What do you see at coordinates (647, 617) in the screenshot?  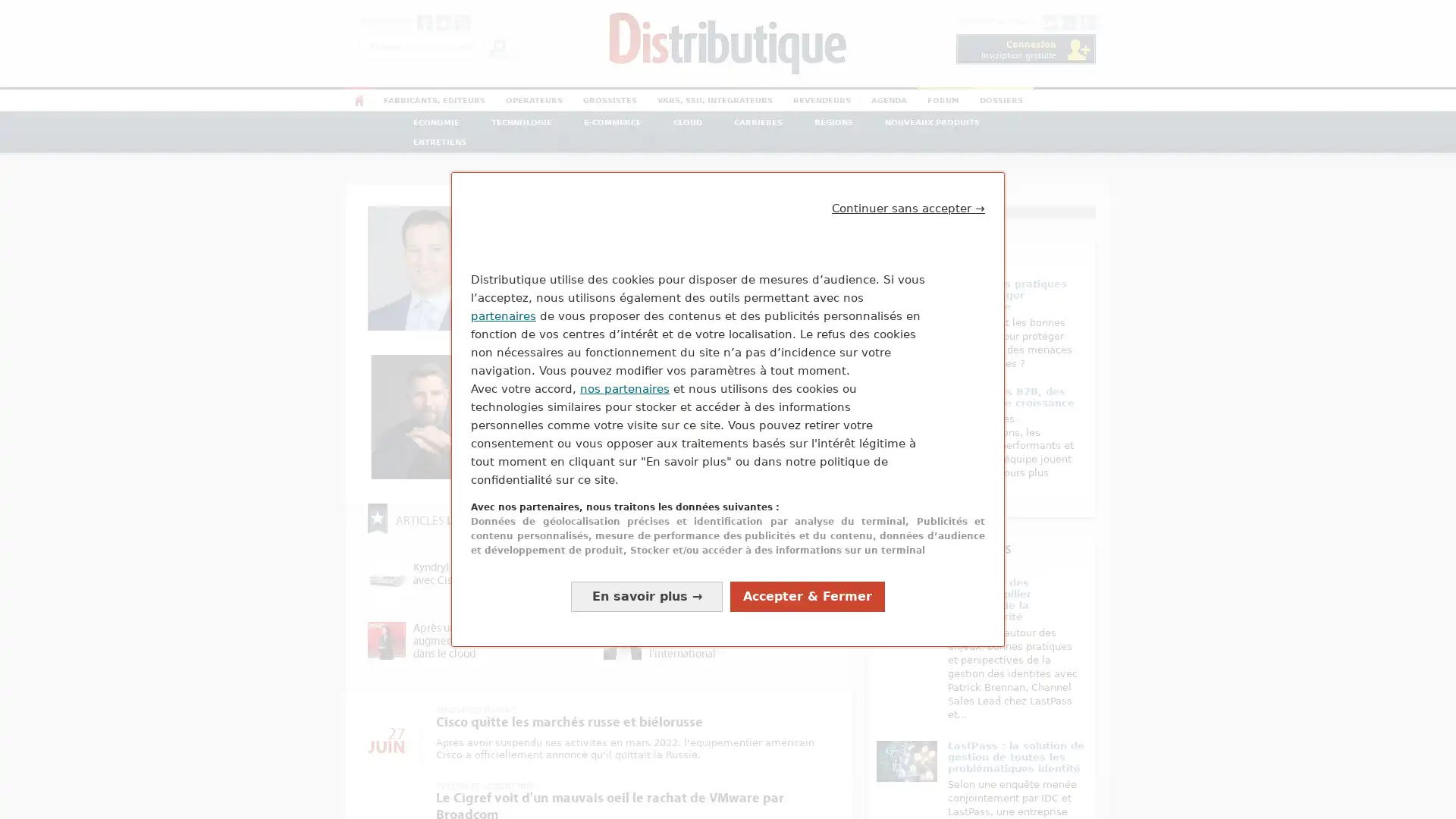 I see `Configurer vos consentements` at bounding box center [647, 617].